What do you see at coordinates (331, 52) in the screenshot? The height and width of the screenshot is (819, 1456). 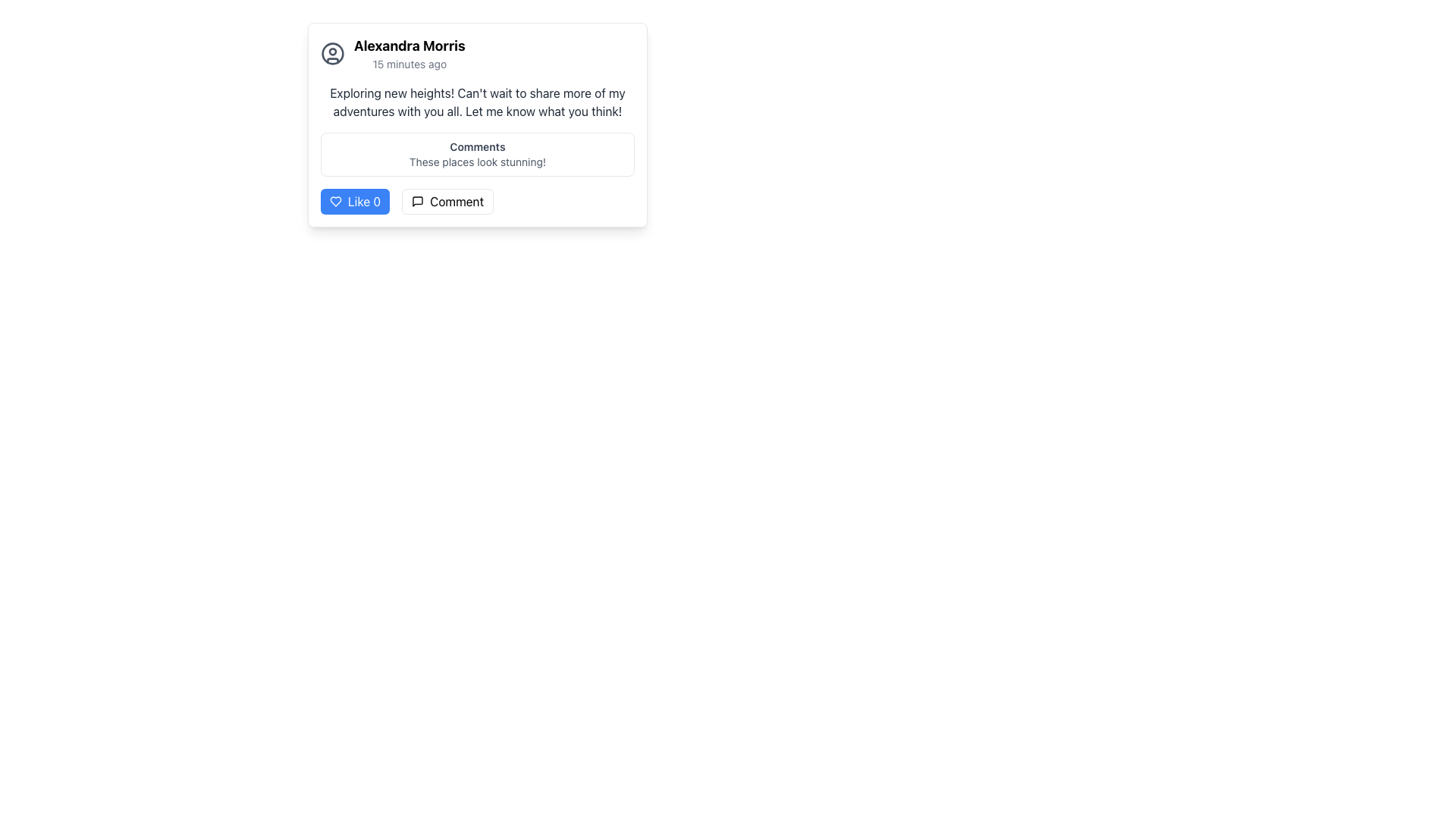 I see `the user profile icon located in the user header section of the post card` at bounding box center [331, 52].